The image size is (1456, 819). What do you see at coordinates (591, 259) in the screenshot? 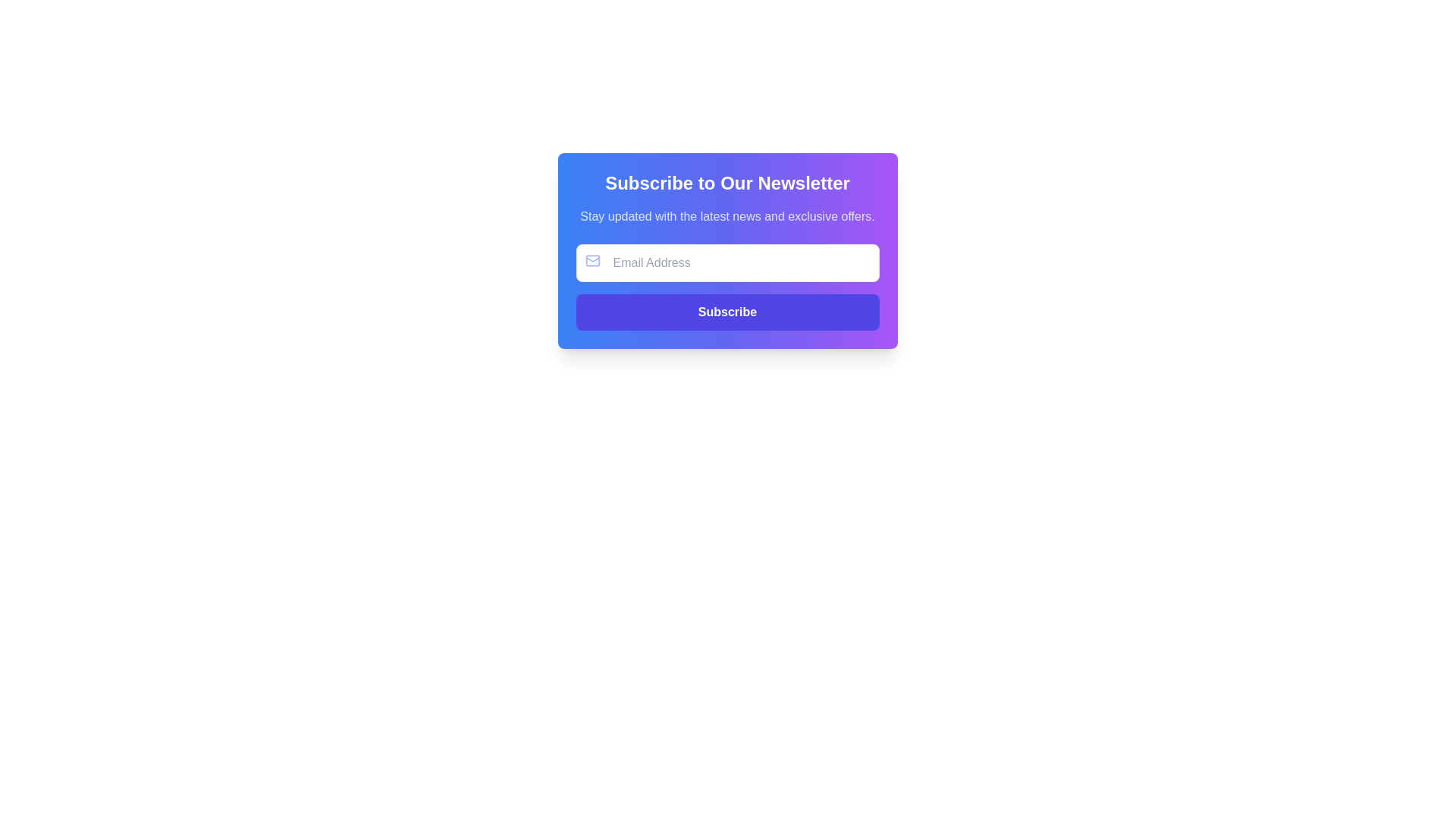
I see `the decorative icon located at the top-left corner of the 'Email Address' input field in the signup form` at bounding box center [591, 259].